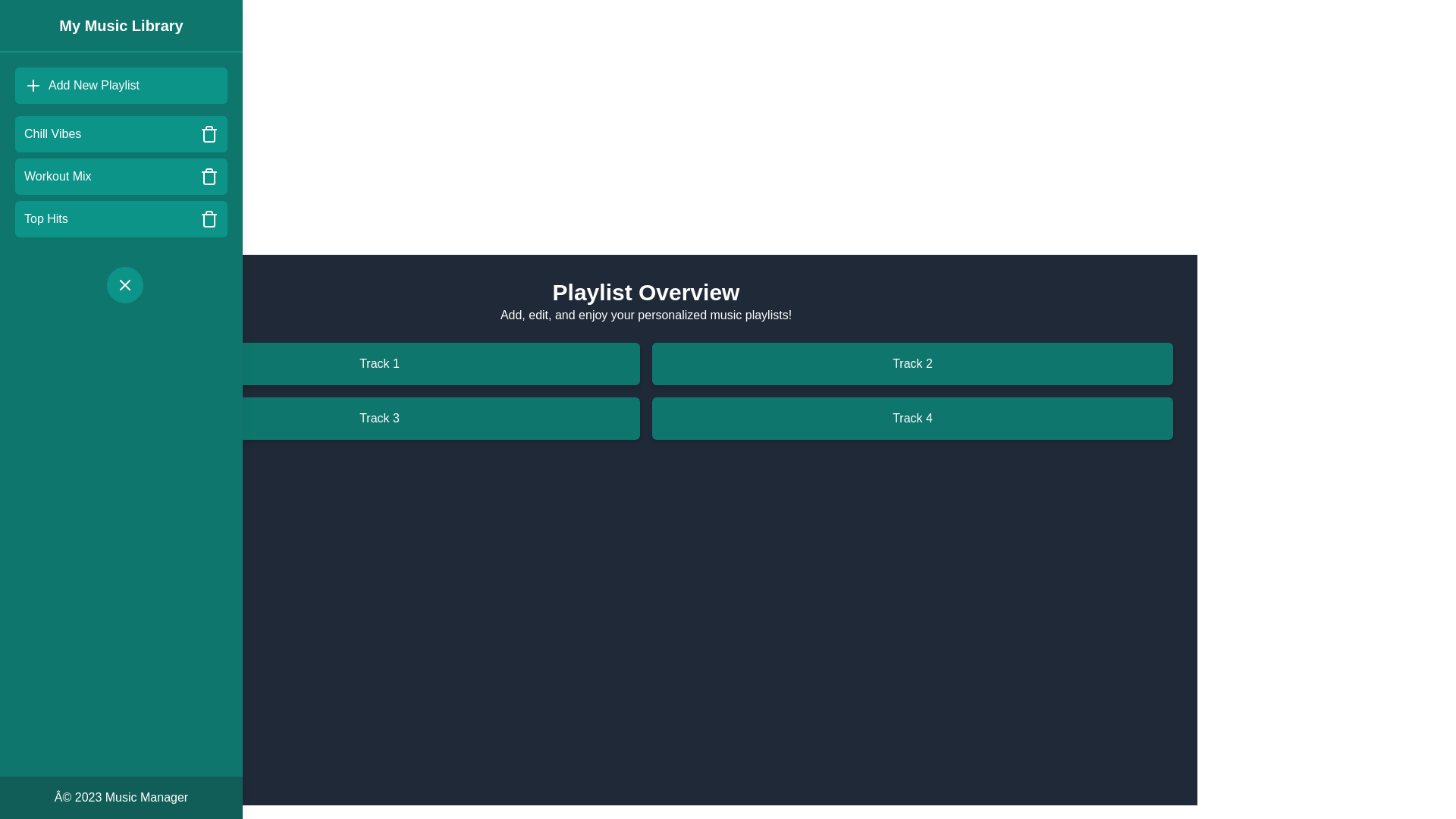 Image resolution: width=1456 pixels, height=819 pixels. What do you see at coordinates (645, 292) in the screenshot?
I see `the text heading 'Playlist Overview', which is bold, large, and centered at the top of the content area on a dark background` at bounding box center [645, 292].